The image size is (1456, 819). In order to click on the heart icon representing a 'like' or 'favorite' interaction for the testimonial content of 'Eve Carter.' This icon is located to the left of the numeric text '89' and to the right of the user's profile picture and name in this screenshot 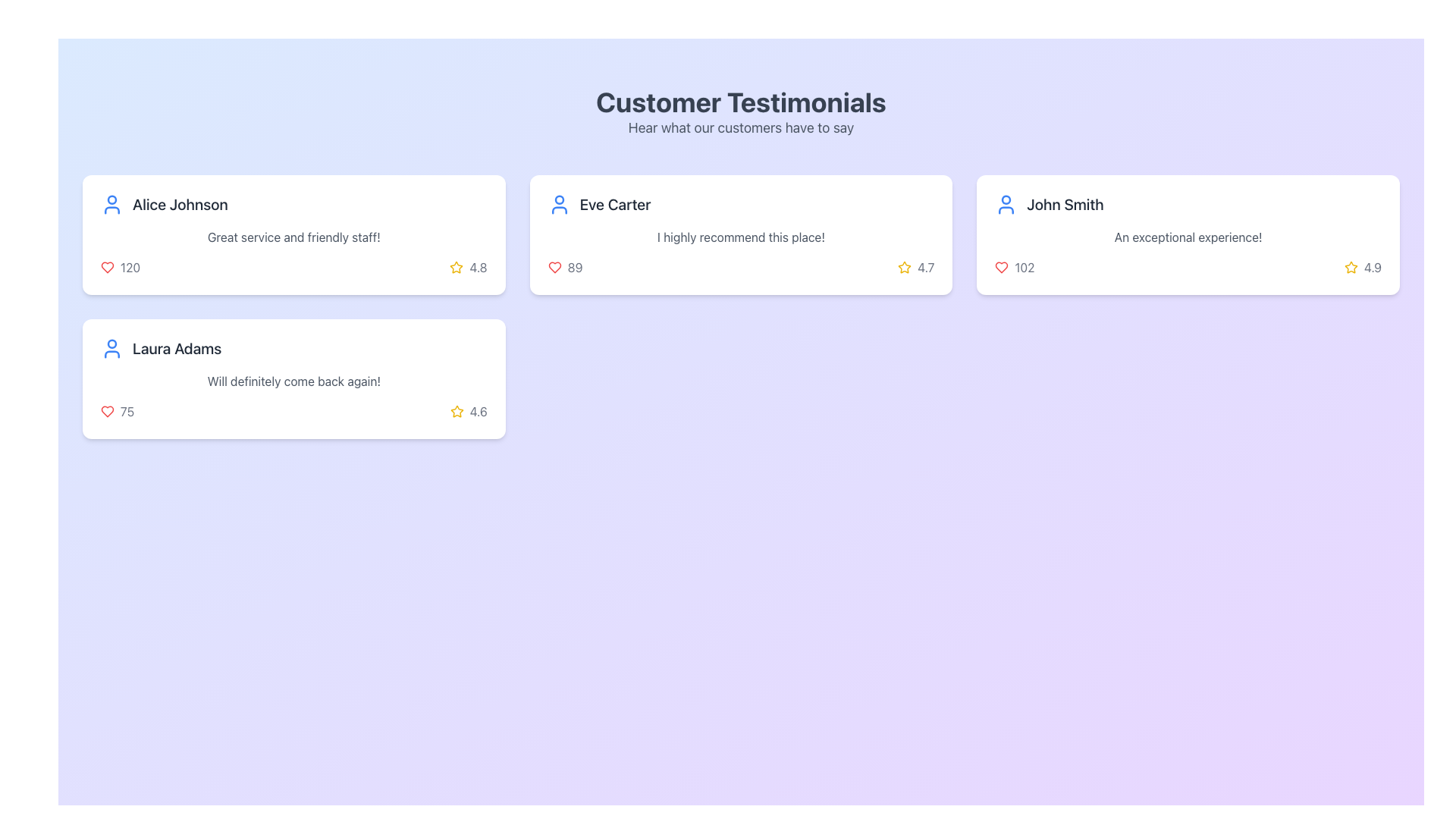, I will do `click(554, 267)`.